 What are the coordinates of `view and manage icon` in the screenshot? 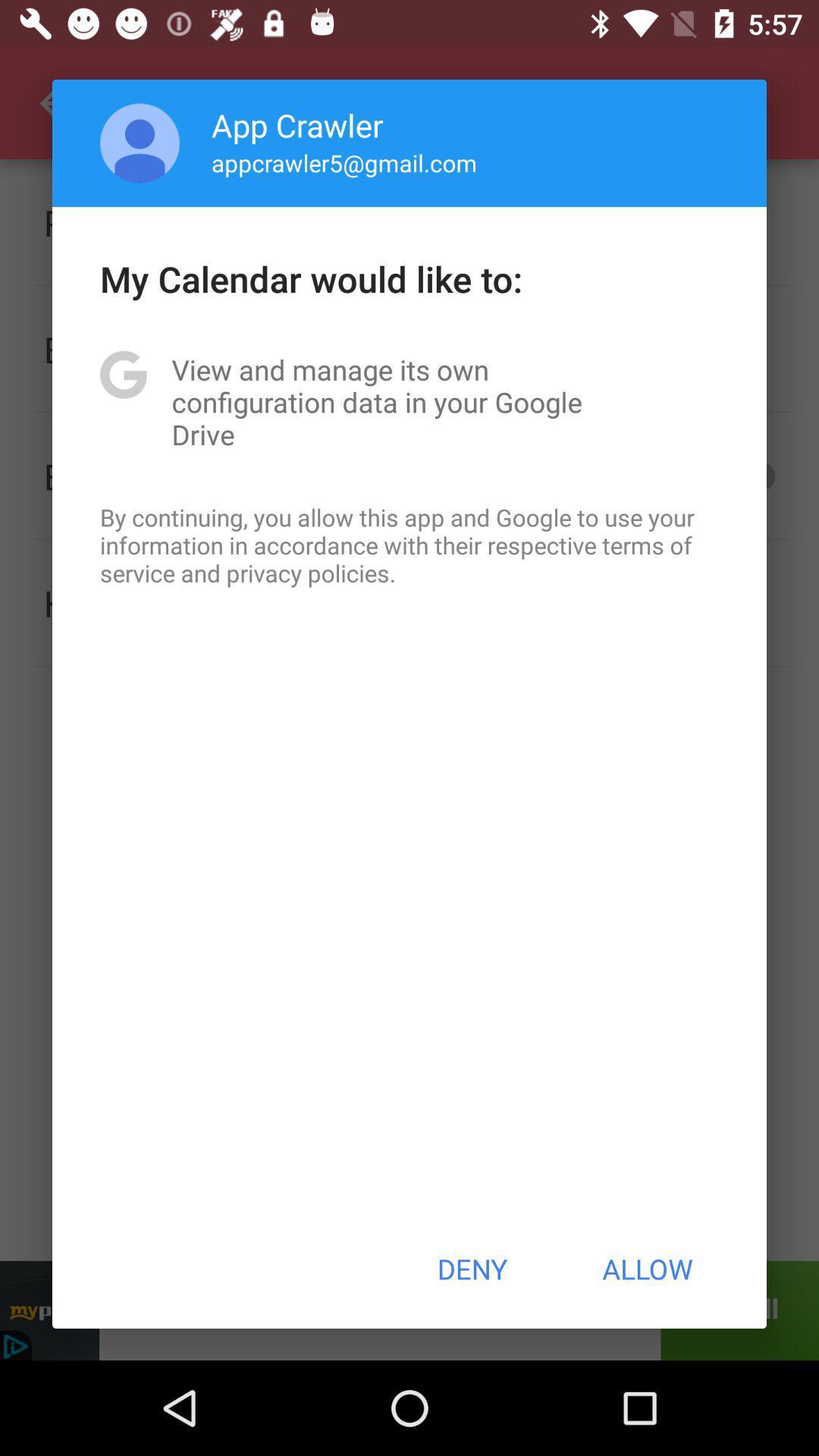 It's located at (409, 402).